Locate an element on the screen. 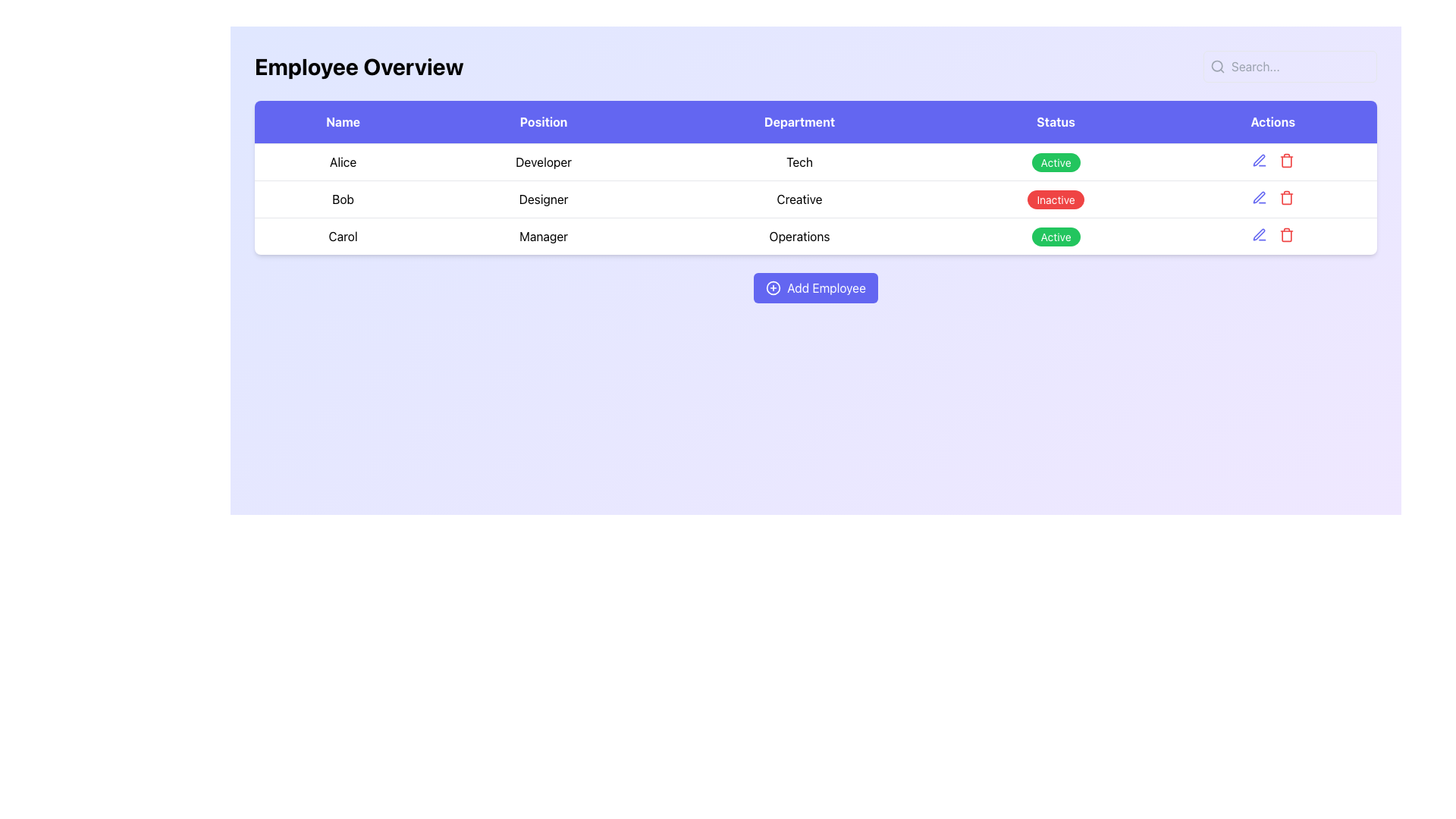  the editing icon button located in the 'Actions' column of the third row is located at coordinates (1259, 197).